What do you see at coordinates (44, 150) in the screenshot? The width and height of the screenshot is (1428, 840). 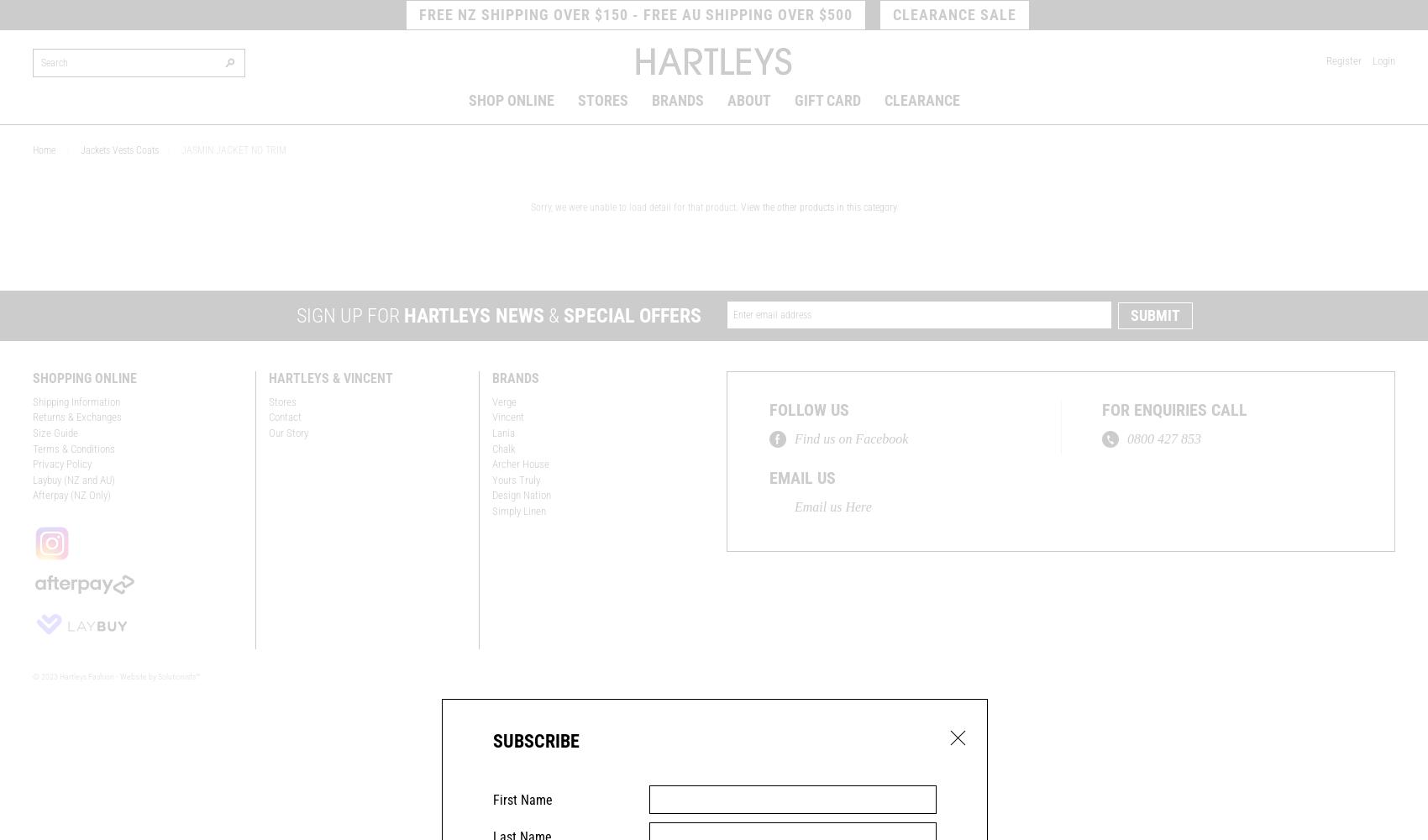 I see `'Home'` at bounding box center [44, 150].